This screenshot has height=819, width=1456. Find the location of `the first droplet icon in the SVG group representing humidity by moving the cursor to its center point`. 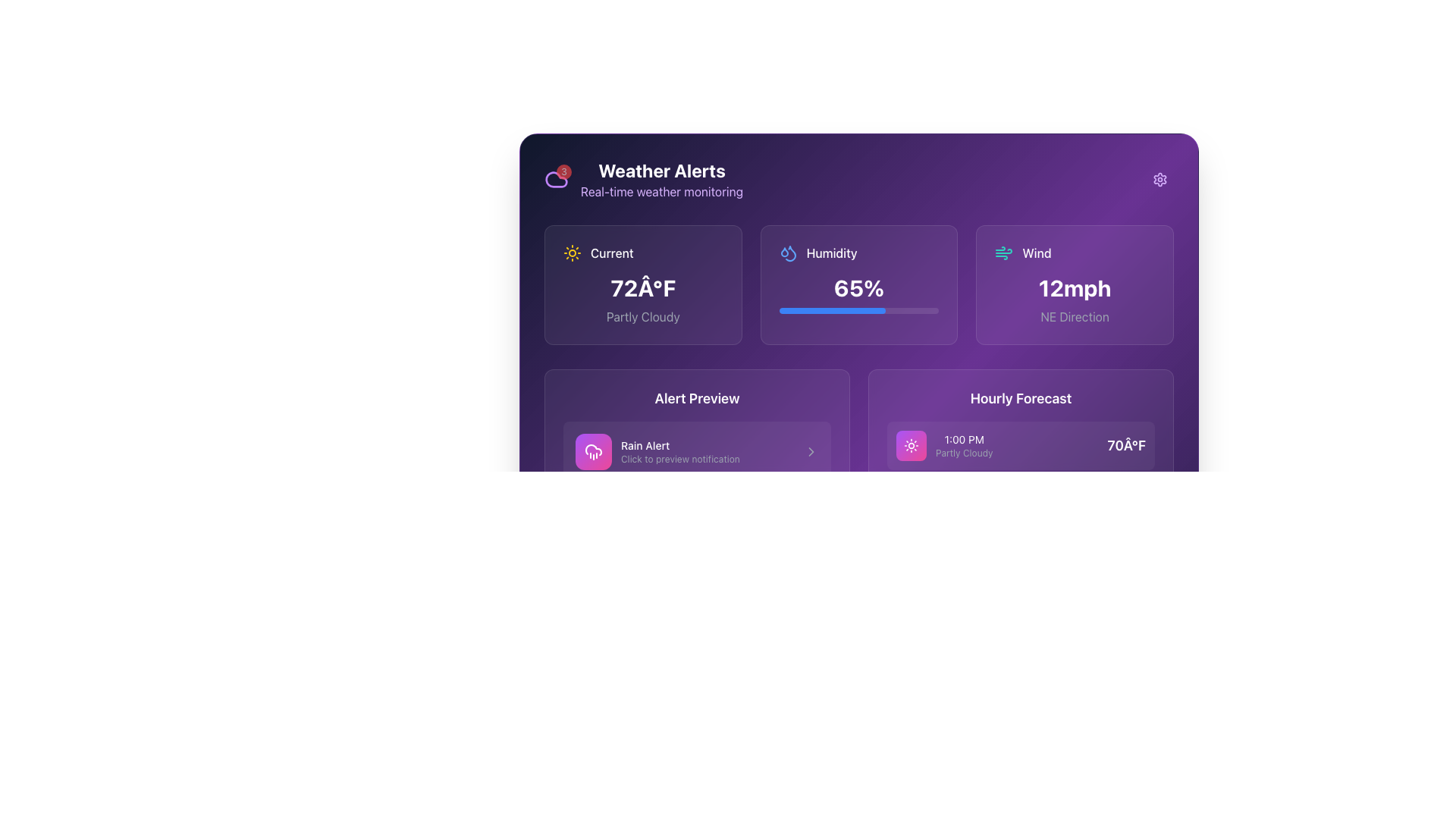

the first droplet icon in the SVG group representing humidity by moving the cursor to its center point is located at coordinates (784, 251).